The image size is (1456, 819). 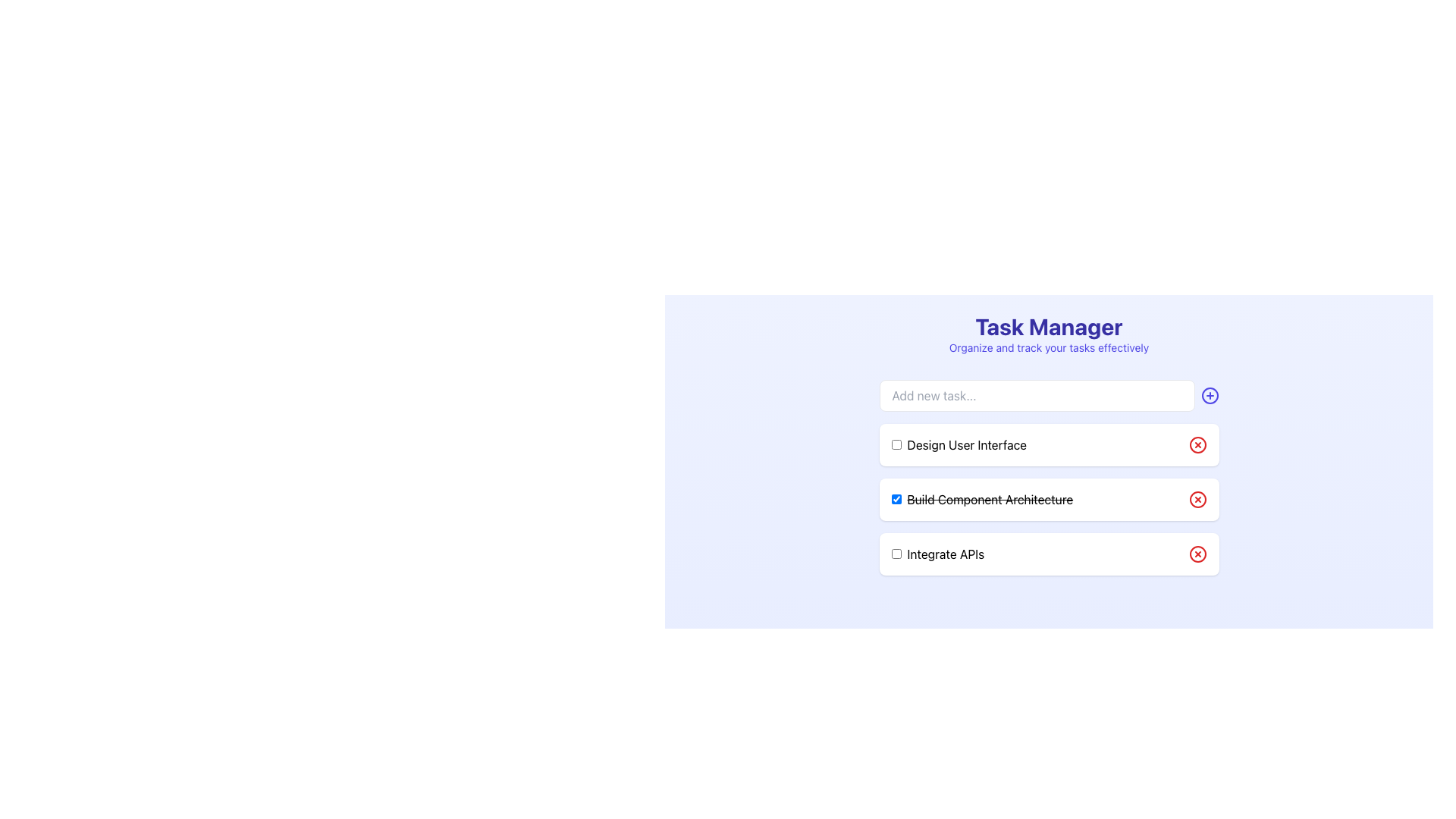 What do you see at coordinates (966, 444) in the screenshot?
I see `the text label for the task 'Design User Interface' in the task management interface` at bounding box center [966, 444].